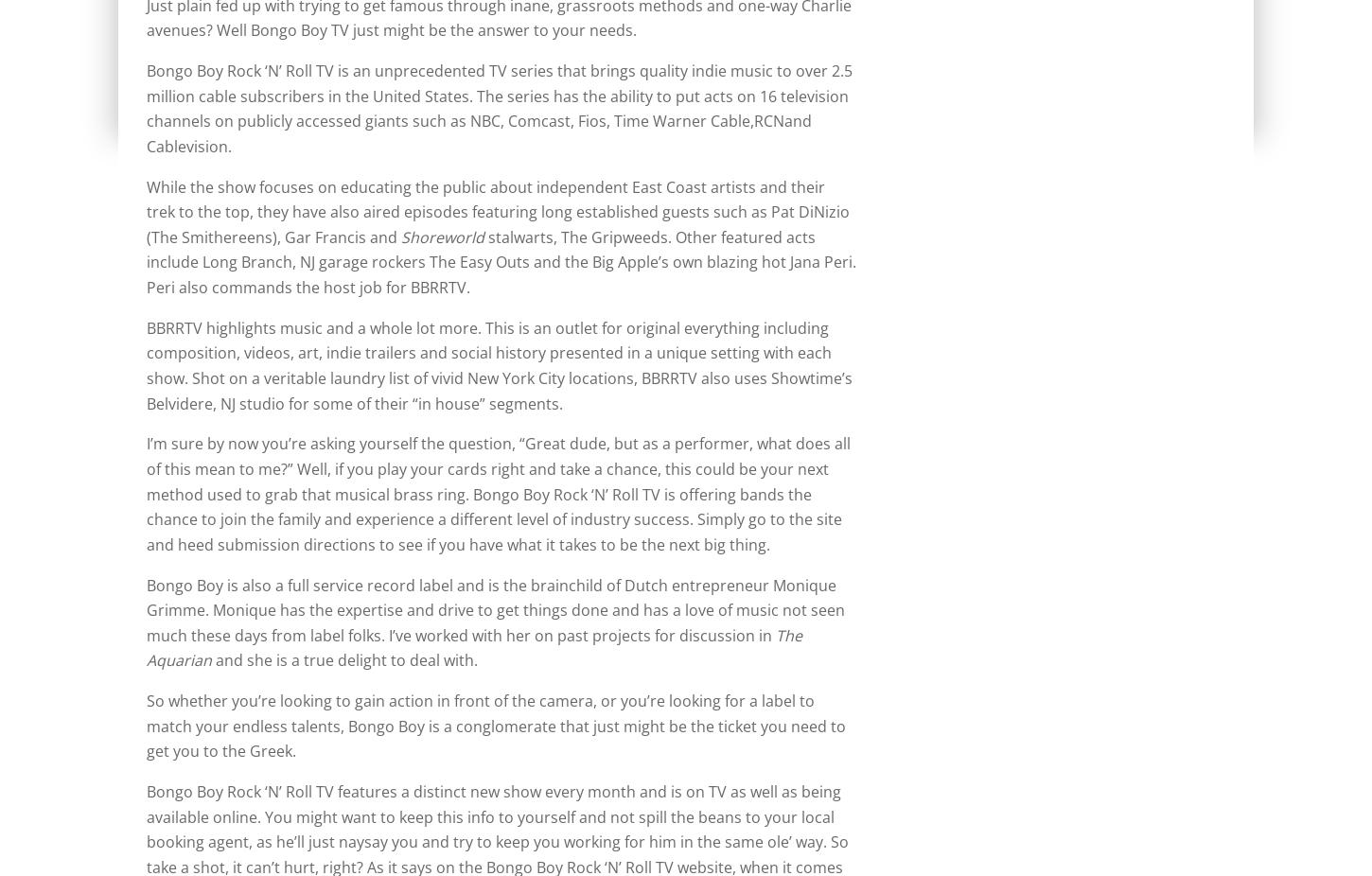 The image size is (1372, 876). Describe the element at coordinates (496, 608) in the screenshot. I see `'Bongo Boy is also a full service record label and is the brainchild of Dutch entrepreneur Monique Grimme. Monique has the expertise and drive to get things done and has a love of music not seen much these days from label folks. I’ve worked with her on past projects for discussion in'` at that location.